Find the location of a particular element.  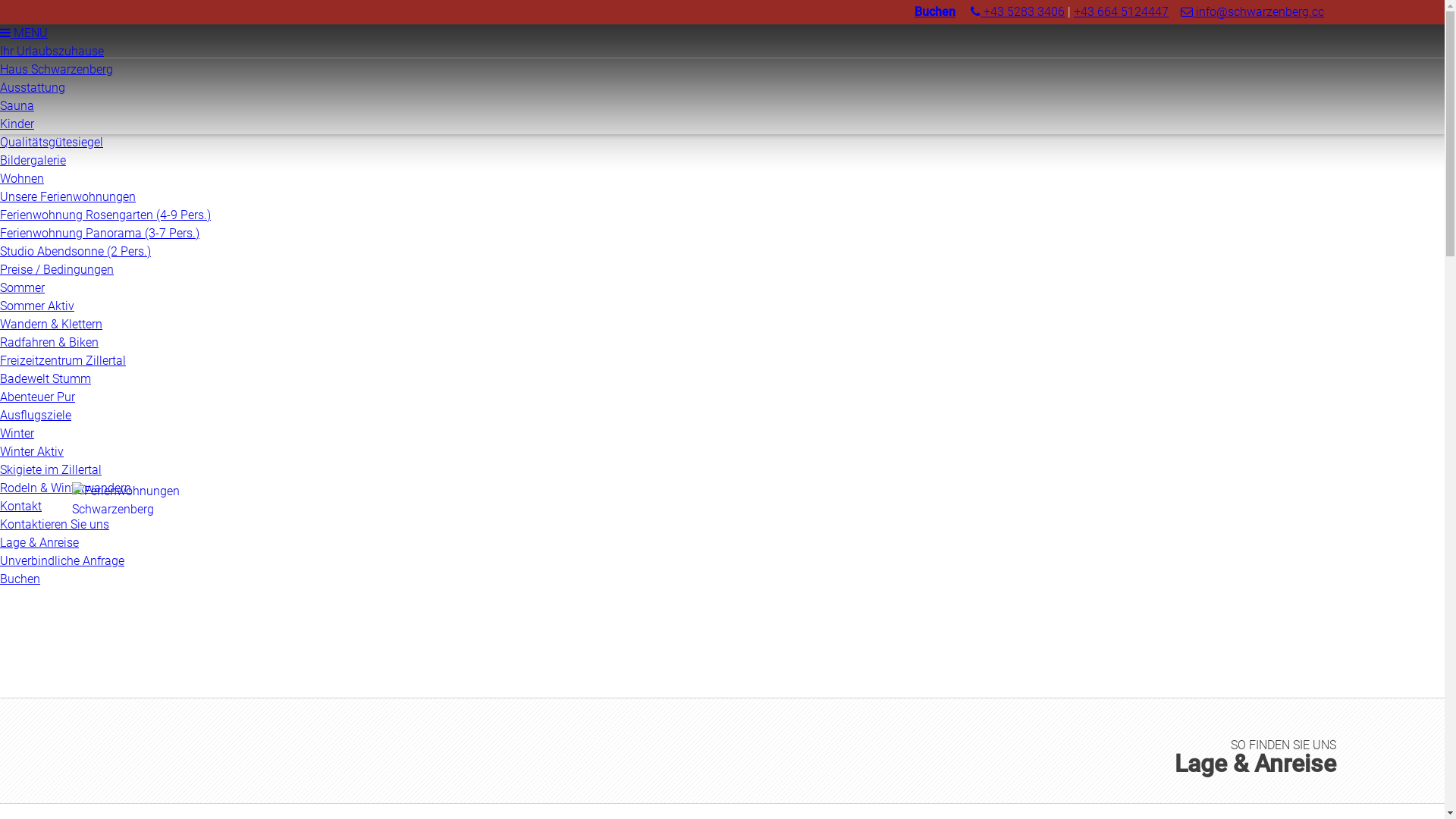

'Ferienwohnungen Schwarzenberg' is located at coordinates (140, 534).